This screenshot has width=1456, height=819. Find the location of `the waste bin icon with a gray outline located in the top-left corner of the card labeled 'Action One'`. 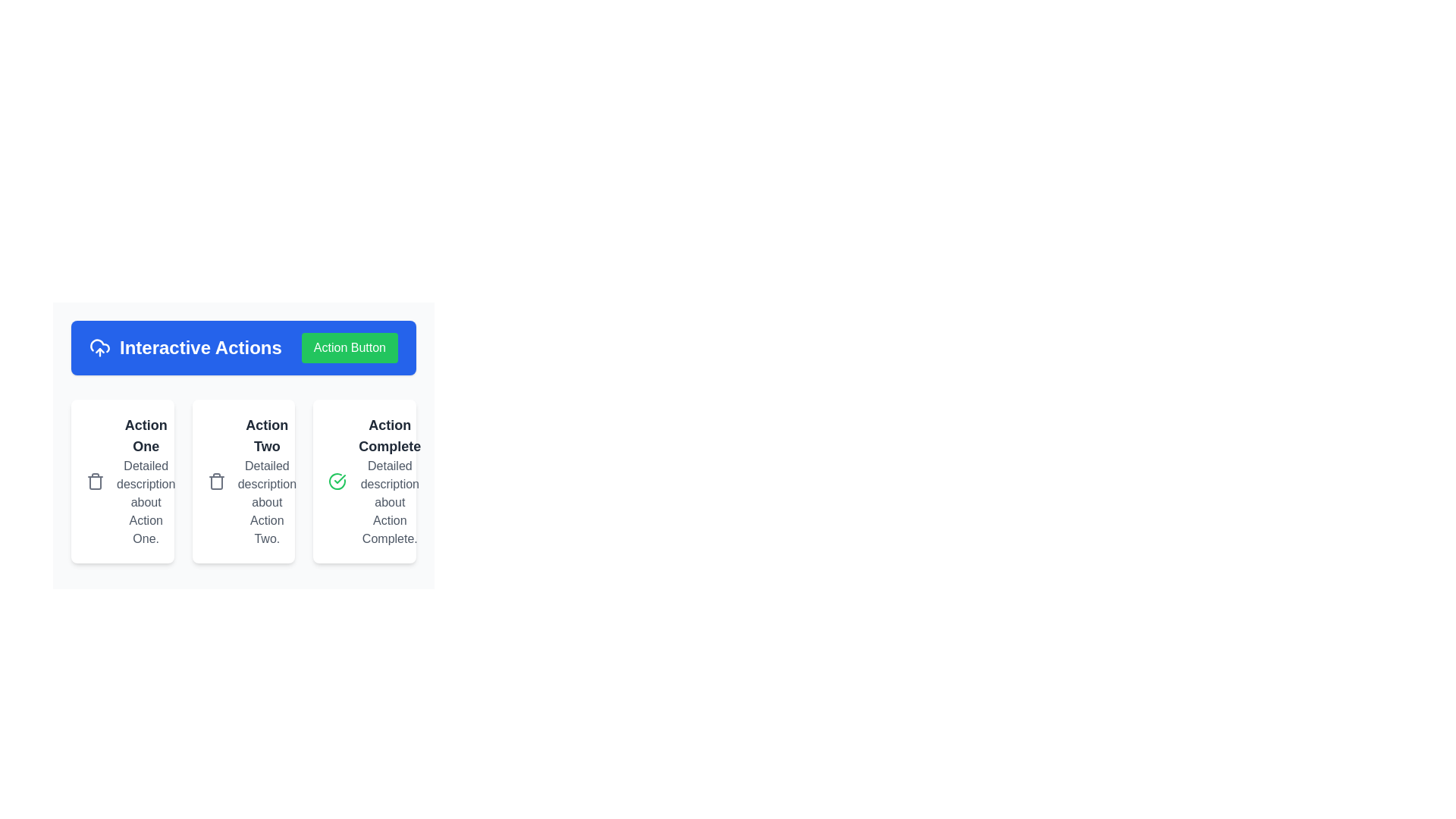

the waste bin icon with a gray outline located in the top-left corner of the card labeled 'Action One' is located at coordinates (94, 482).